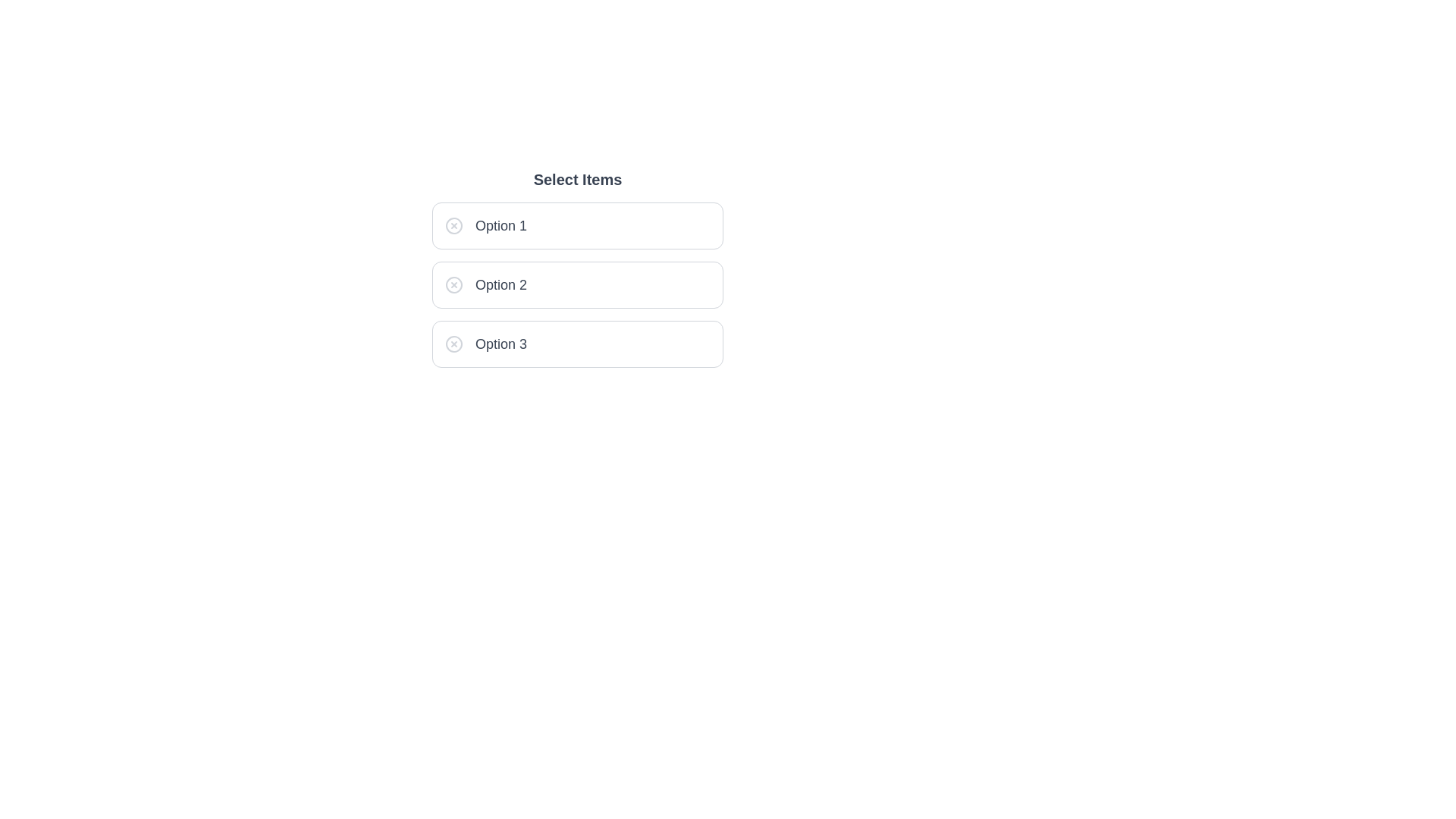  Describe the element at coordinates (453, 225) in the screenshot. I see `the circular icon with a gray border and an 'x' inside it, located to the left of 'Option 1'` at that location.